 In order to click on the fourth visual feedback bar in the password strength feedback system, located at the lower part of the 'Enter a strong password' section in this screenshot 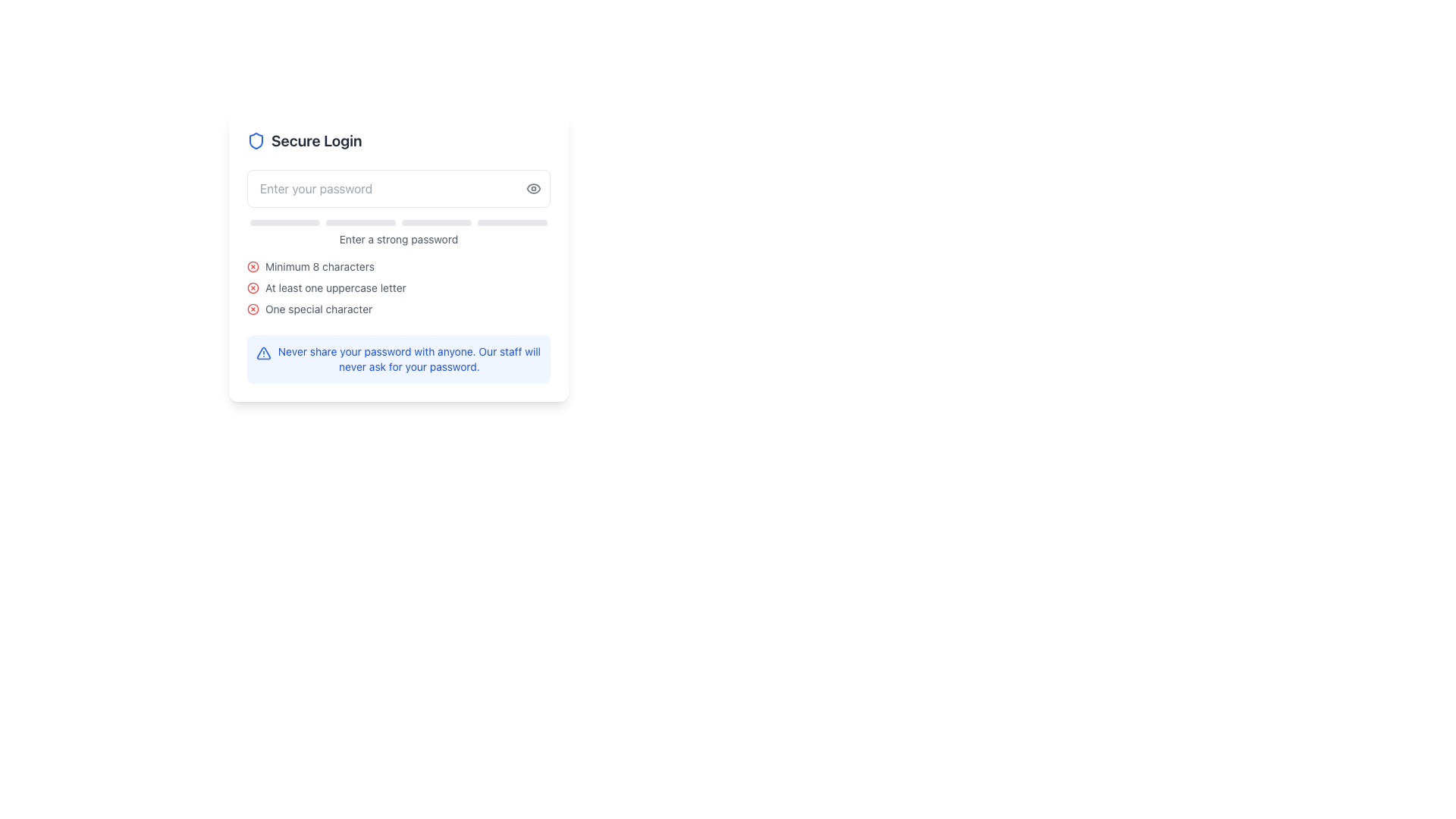, I will do `click(513, 222)`.